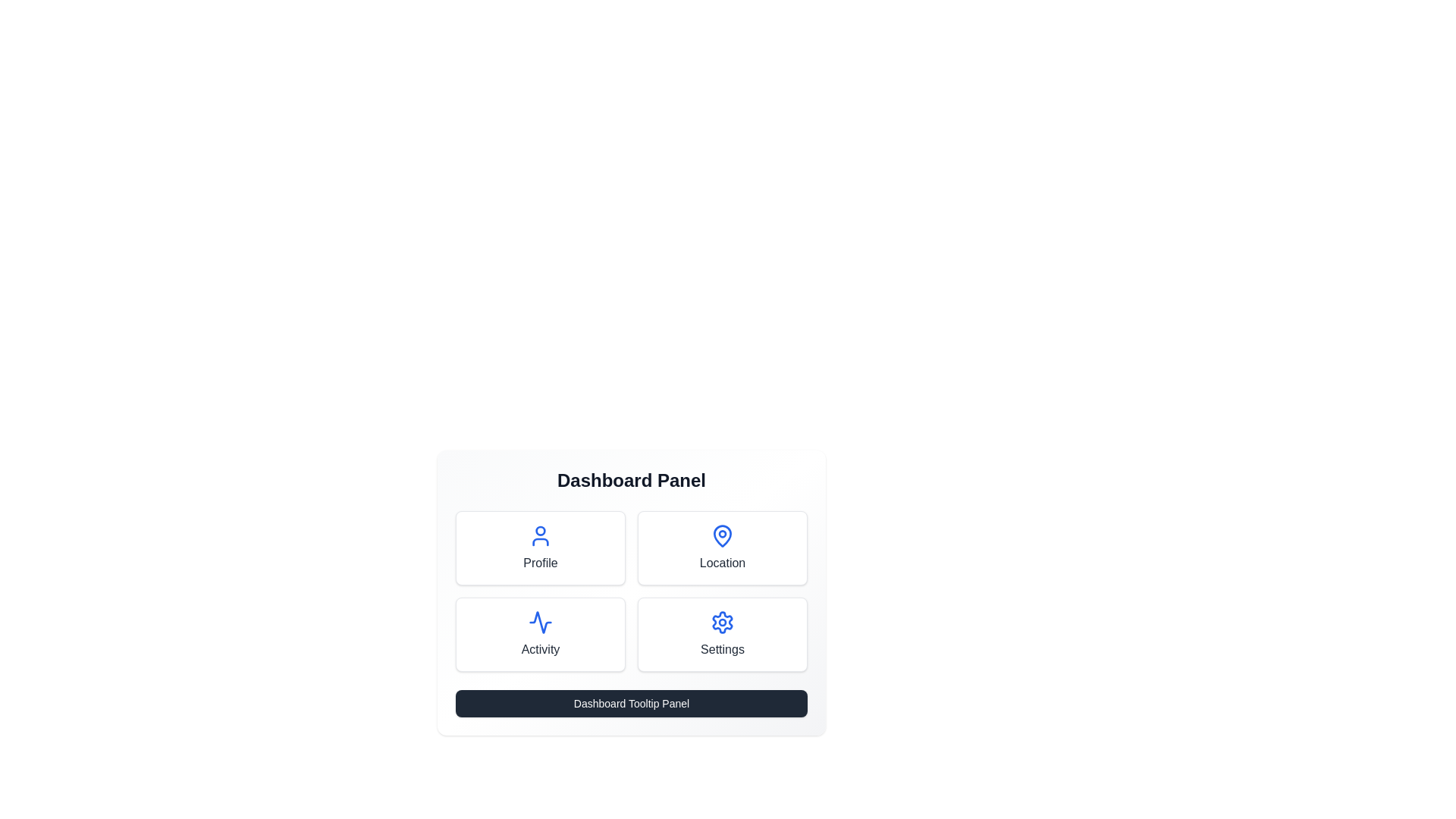 This screenshot has width=1456, height=819. Describe the element at coordinates (541, 635) in the screenshot. I see `the activity-related button located in the bottom-left quadrant of the grid, positioned below the 'Profile' button and to the left of the 'Settings' button` at that location.